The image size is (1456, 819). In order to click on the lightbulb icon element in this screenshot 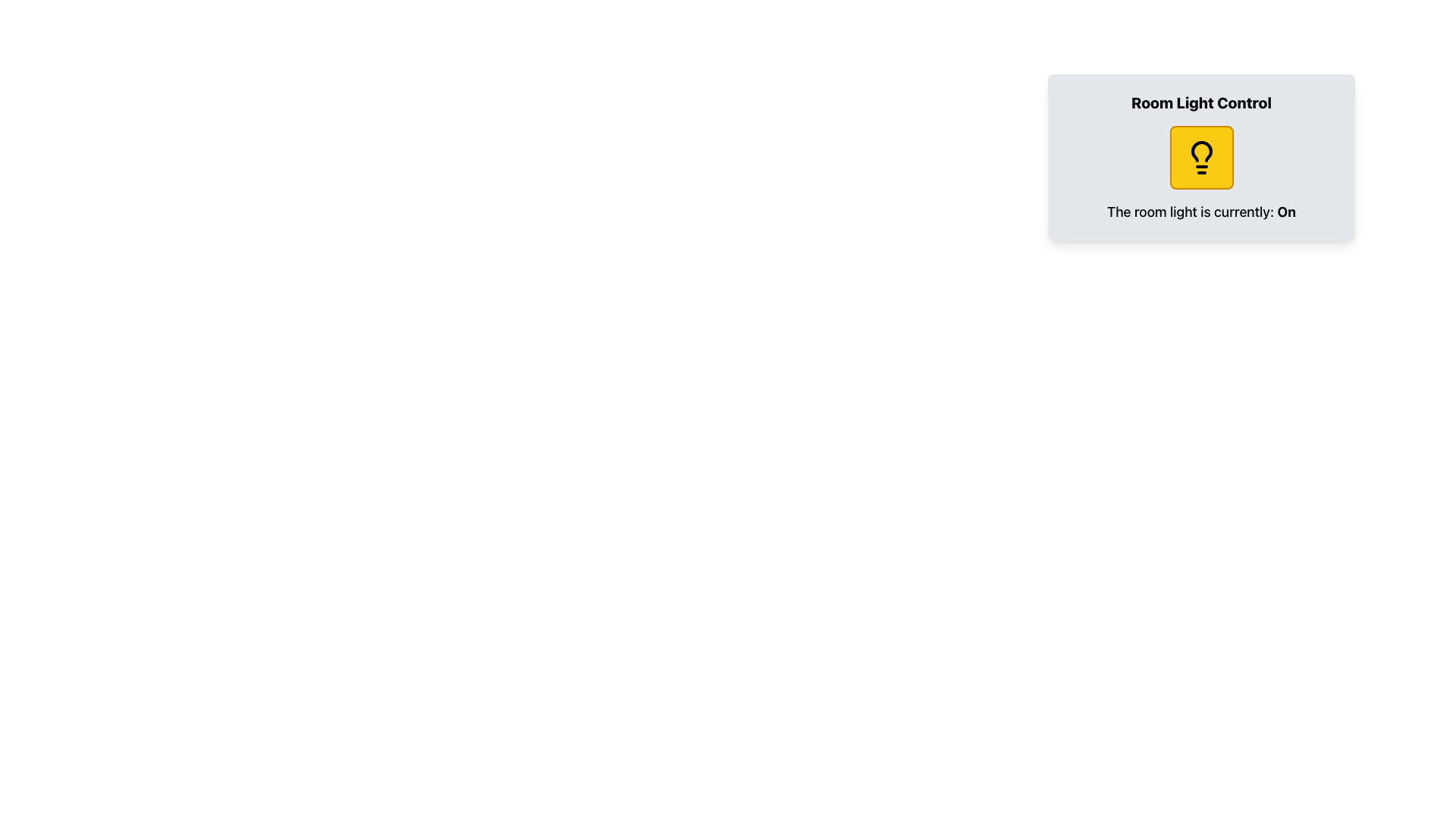, I will do `click(1200, 158)`.